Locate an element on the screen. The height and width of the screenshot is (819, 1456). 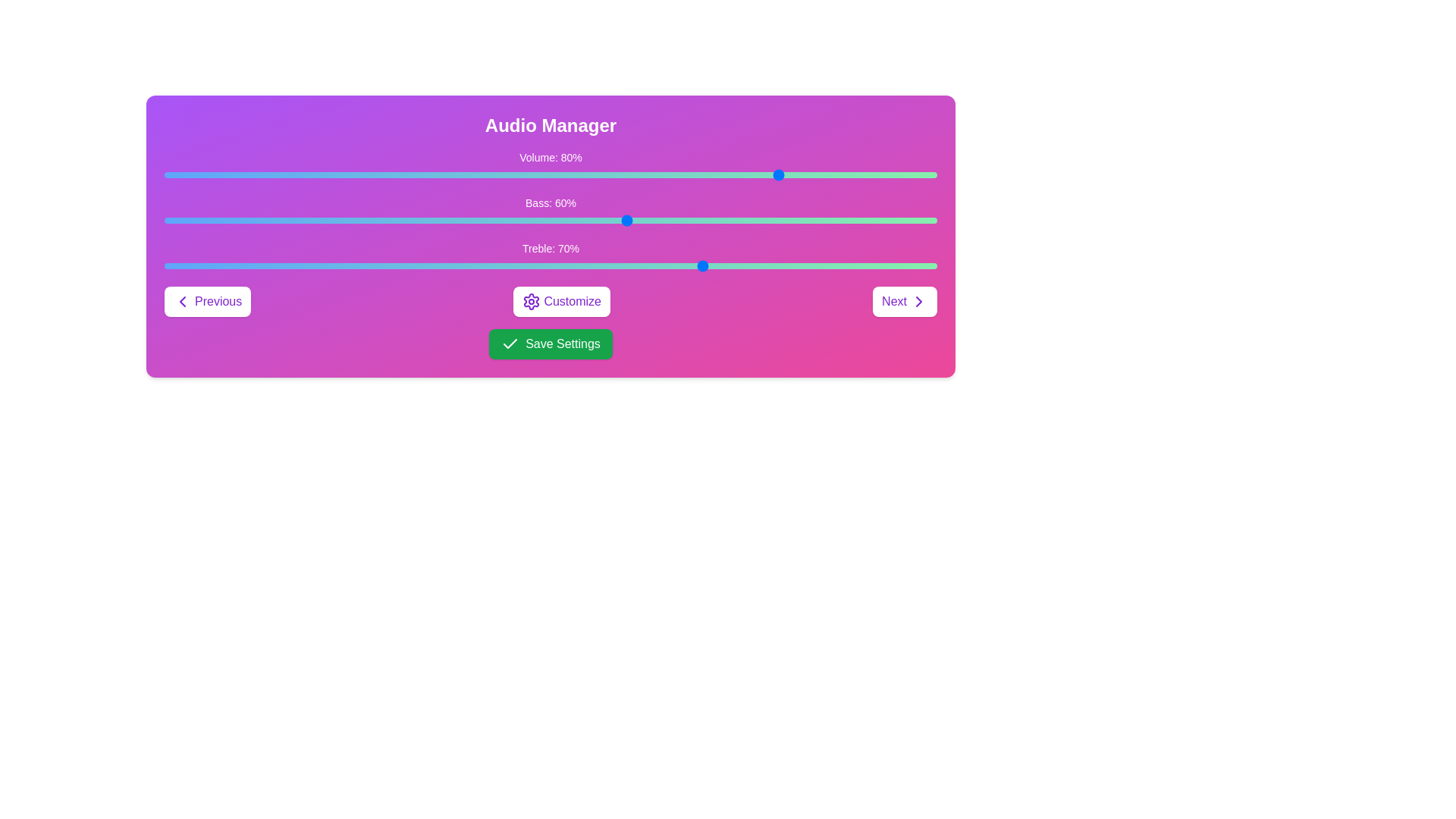
the 'Save' button in the audio management application is located at coordinates (550, 344).